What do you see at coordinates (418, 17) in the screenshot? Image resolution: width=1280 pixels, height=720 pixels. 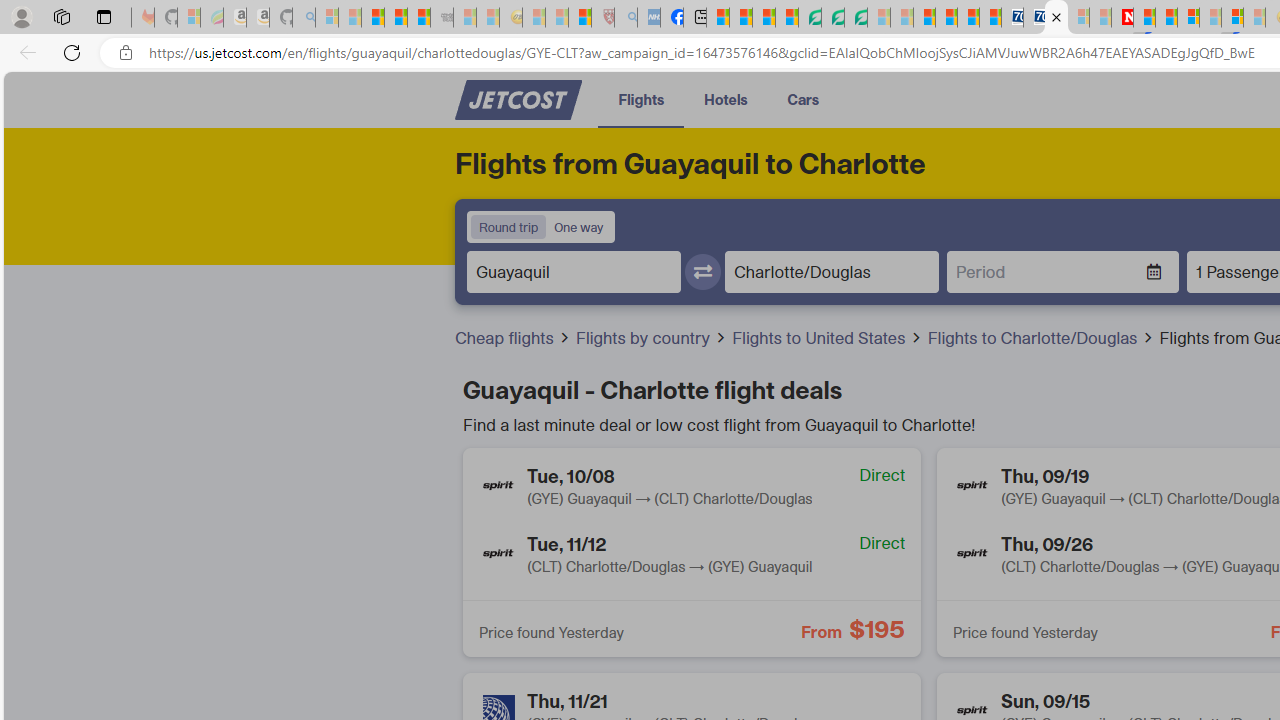 I see `'New Report Confirms 2023 Was Record Hot | Watch'` at bounding box center [418, 17].